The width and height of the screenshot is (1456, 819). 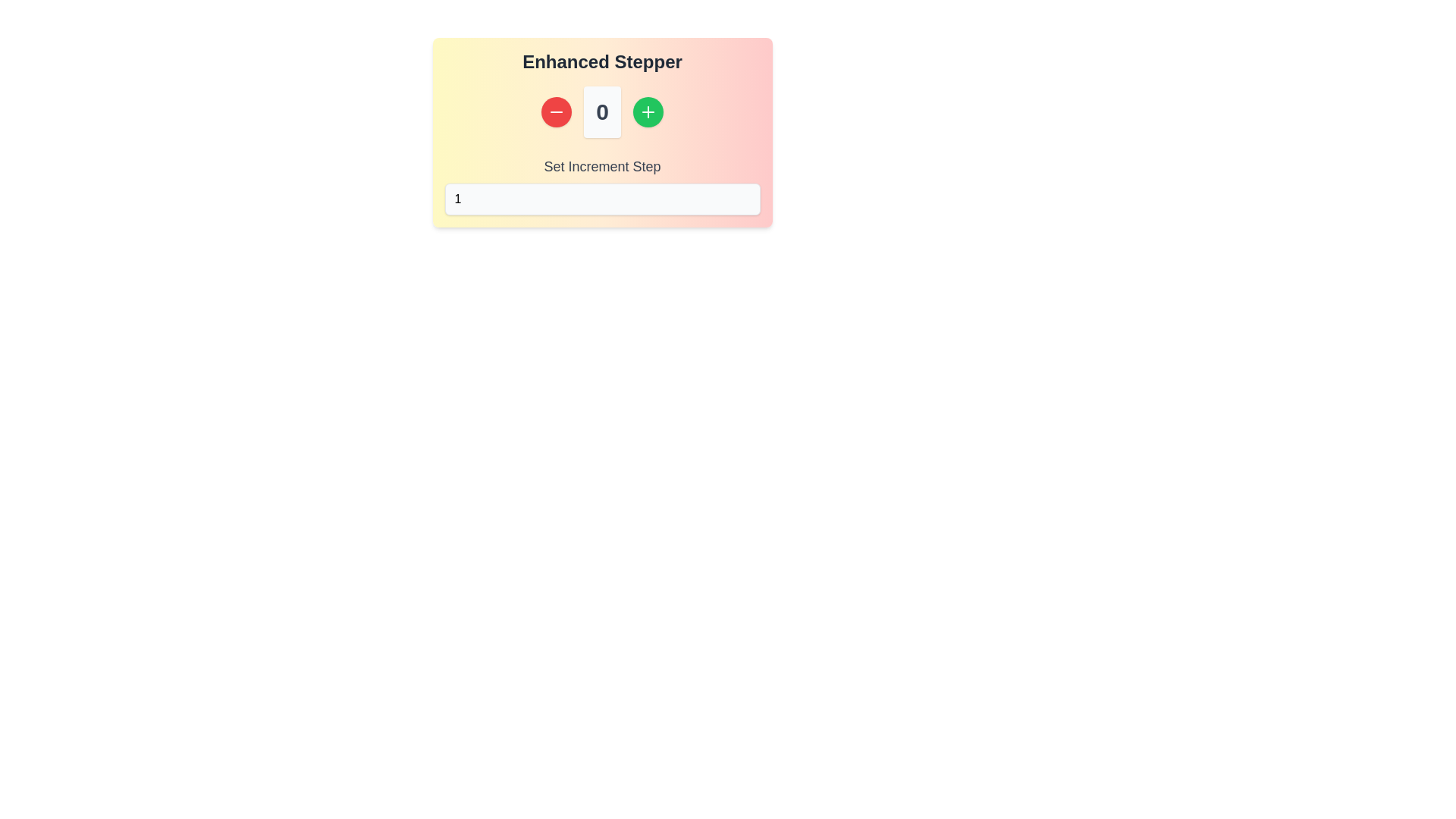 I want to click on the first button on the left in the 'Enhanced Stepper' control panel, so click(x=556, y=111).